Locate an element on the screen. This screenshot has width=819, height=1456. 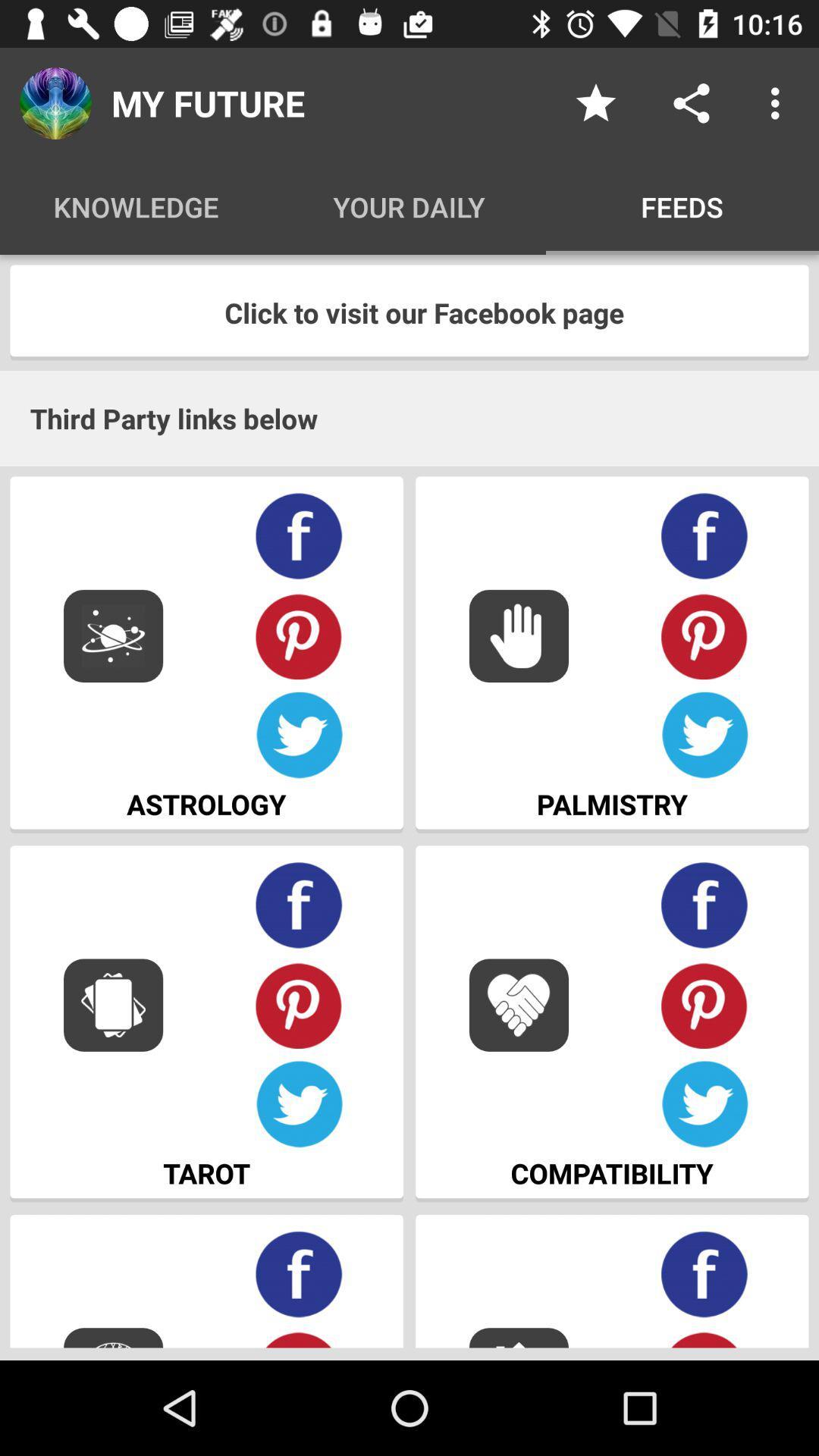
share on twitter is located at coordinates (299, 736).